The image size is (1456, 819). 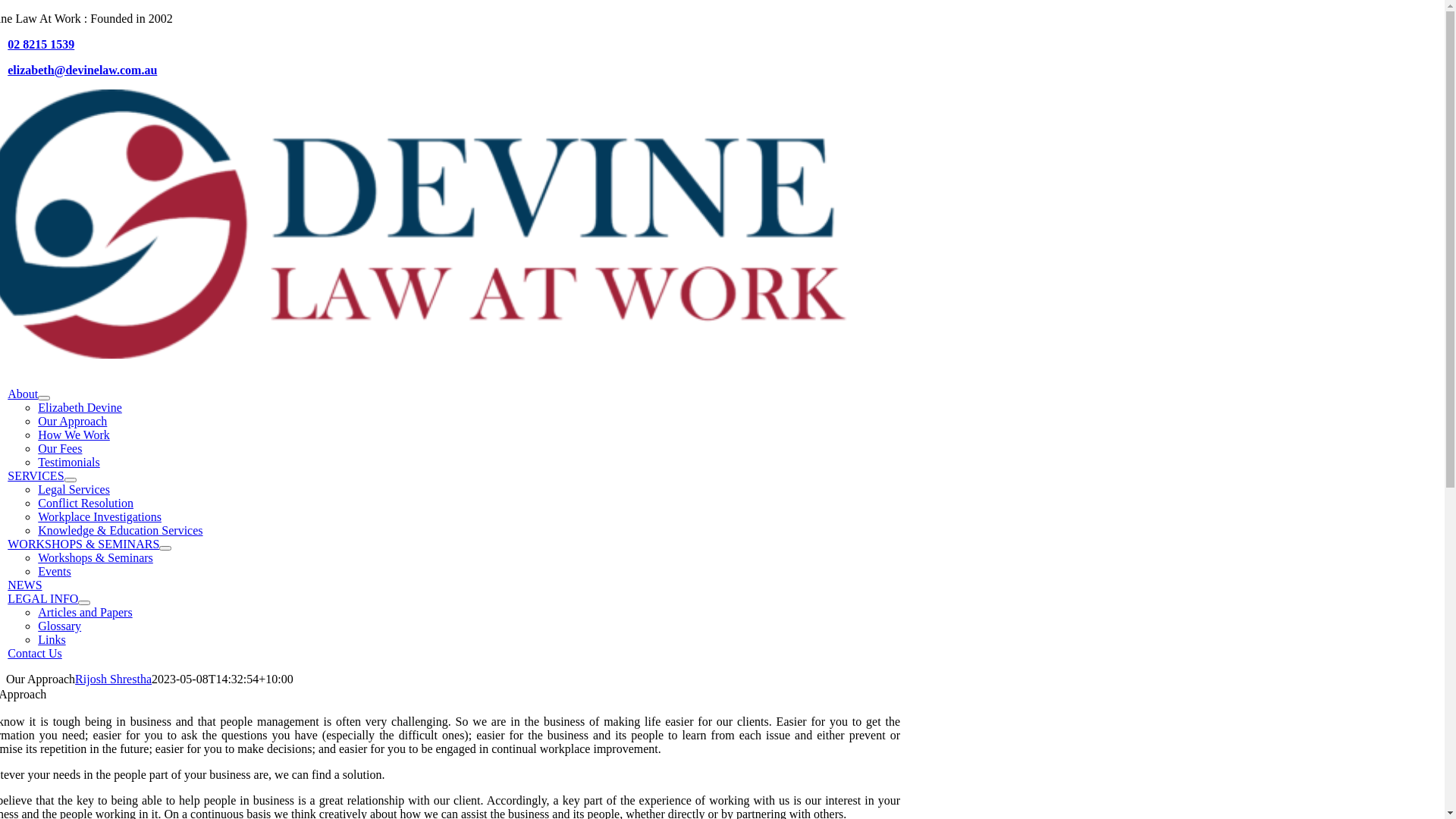 I want to click on 'About', so click(x=7, y=393).